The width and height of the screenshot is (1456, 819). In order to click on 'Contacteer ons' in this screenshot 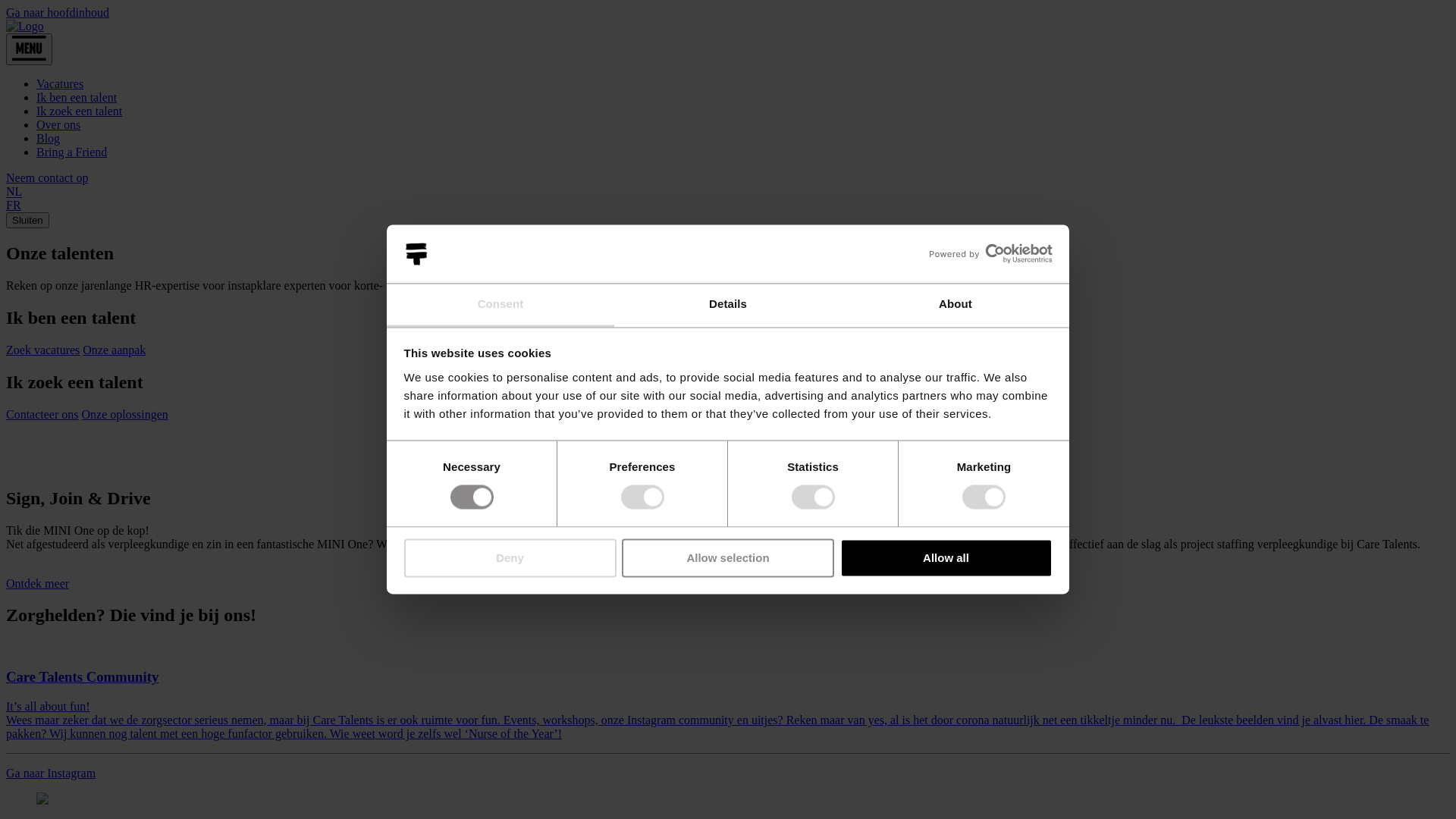, I will do `click(42, 414)`.